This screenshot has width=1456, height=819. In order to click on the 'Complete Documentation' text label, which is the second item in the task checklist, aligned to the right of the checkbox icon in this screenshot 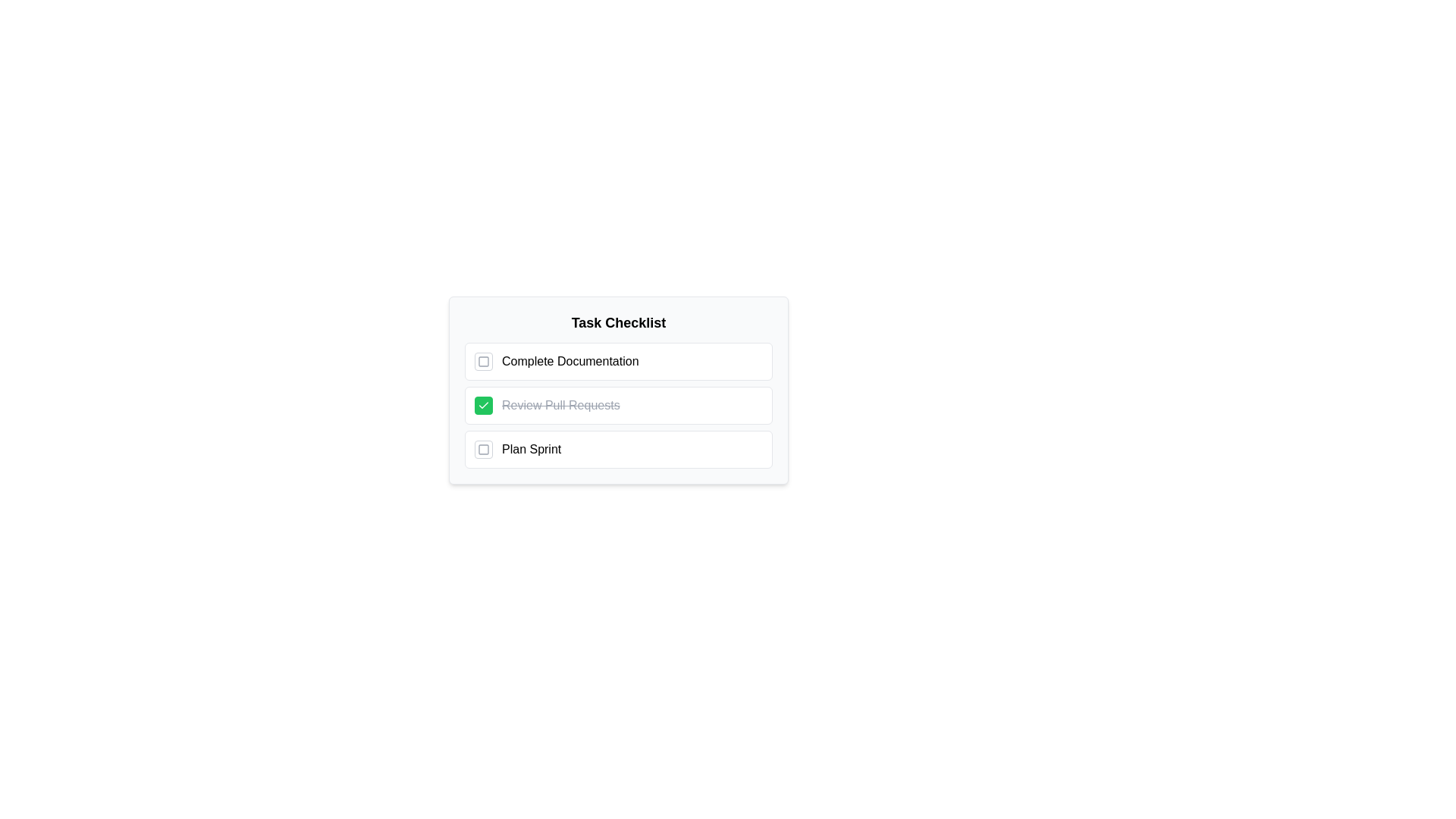, I will do `click(570, 362)`.